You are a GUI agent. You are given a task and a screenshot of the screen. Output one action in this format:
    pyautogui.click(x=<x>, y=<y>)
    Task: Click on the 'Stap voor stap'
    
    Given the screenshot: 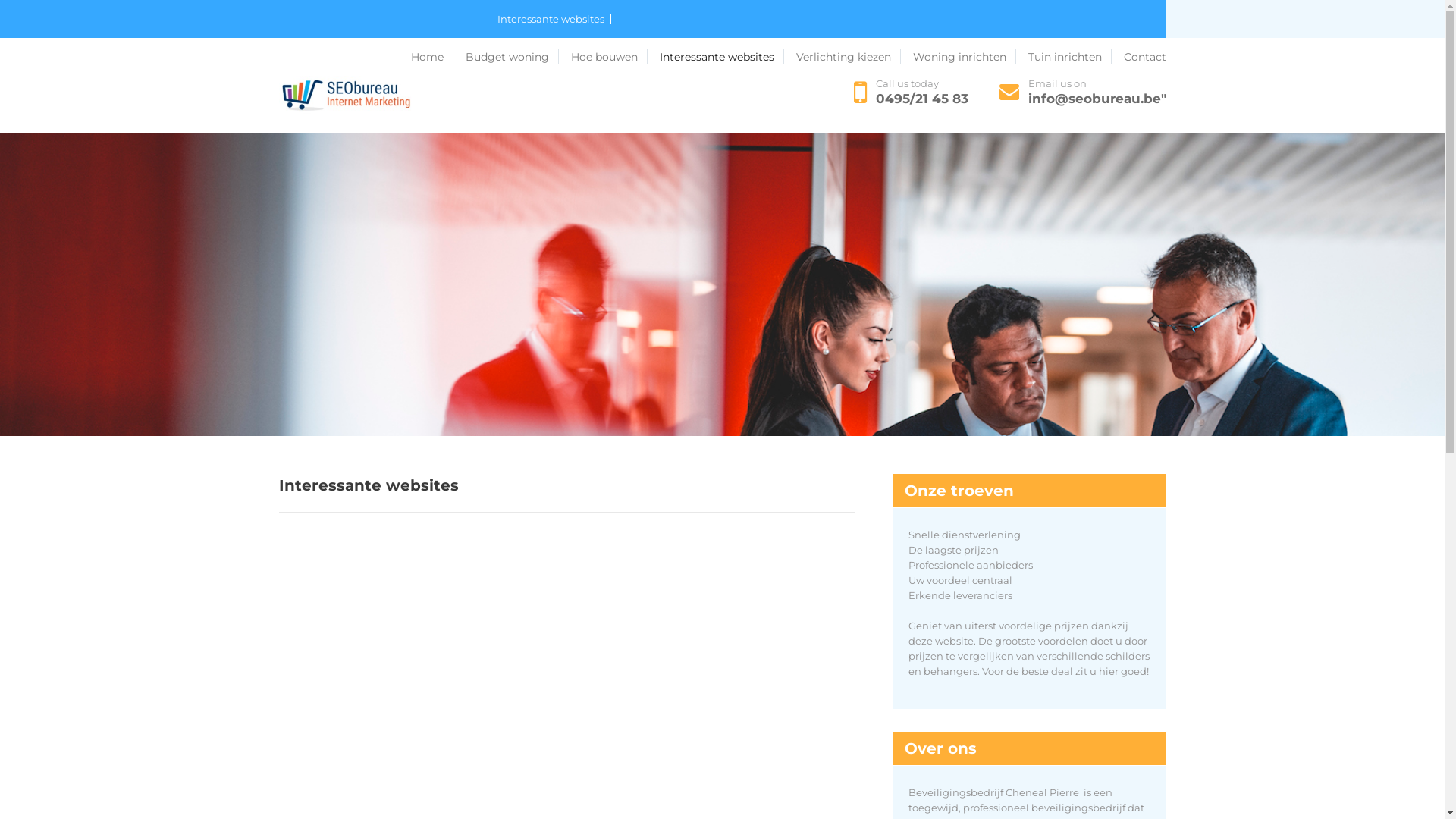 What is the action you would take?
    pyautogui.click(x=755, y=56)
    